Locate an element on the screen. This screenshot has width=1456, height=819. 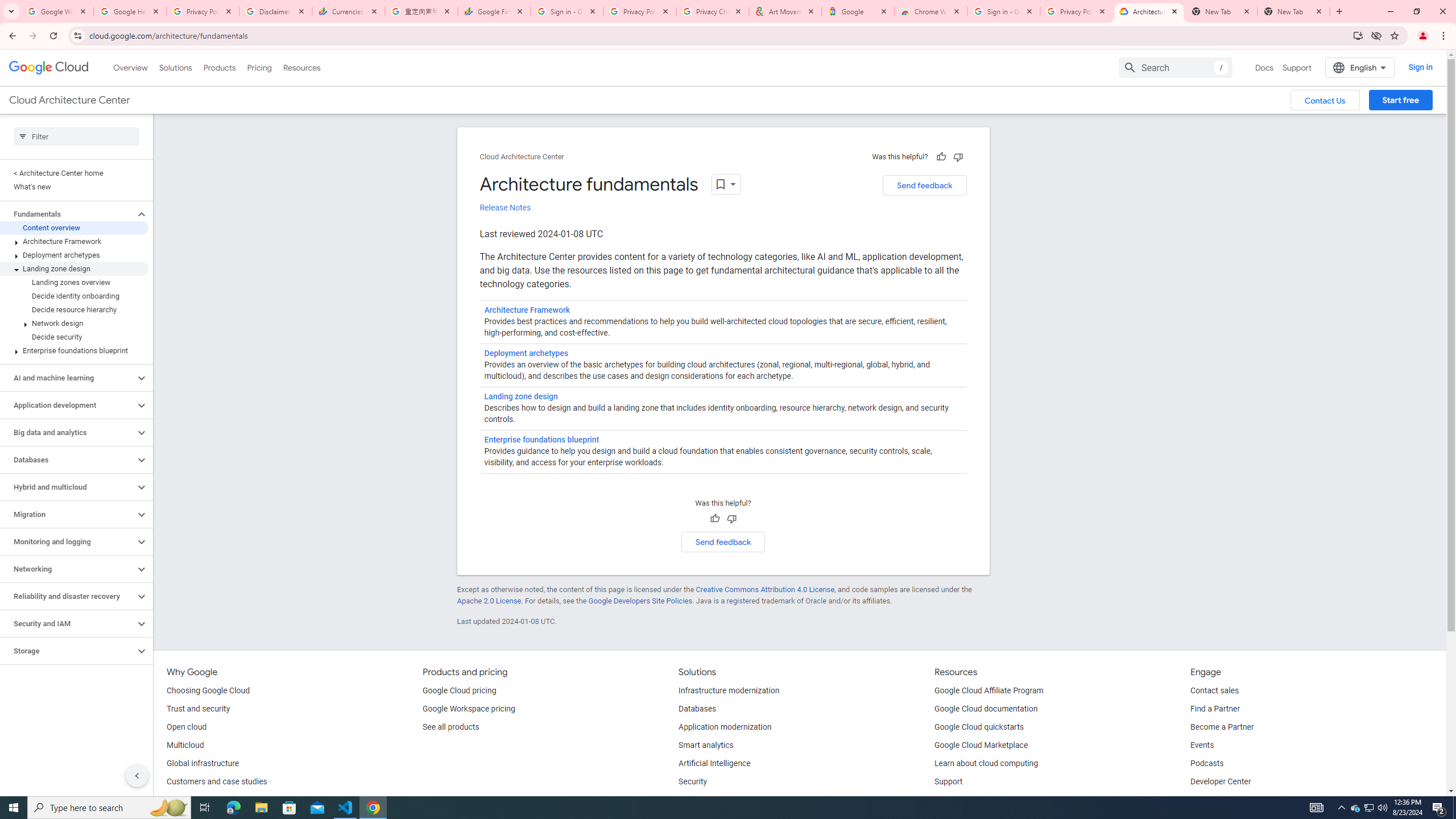
'Big data and analytics' is located at coordinates (67, 433).